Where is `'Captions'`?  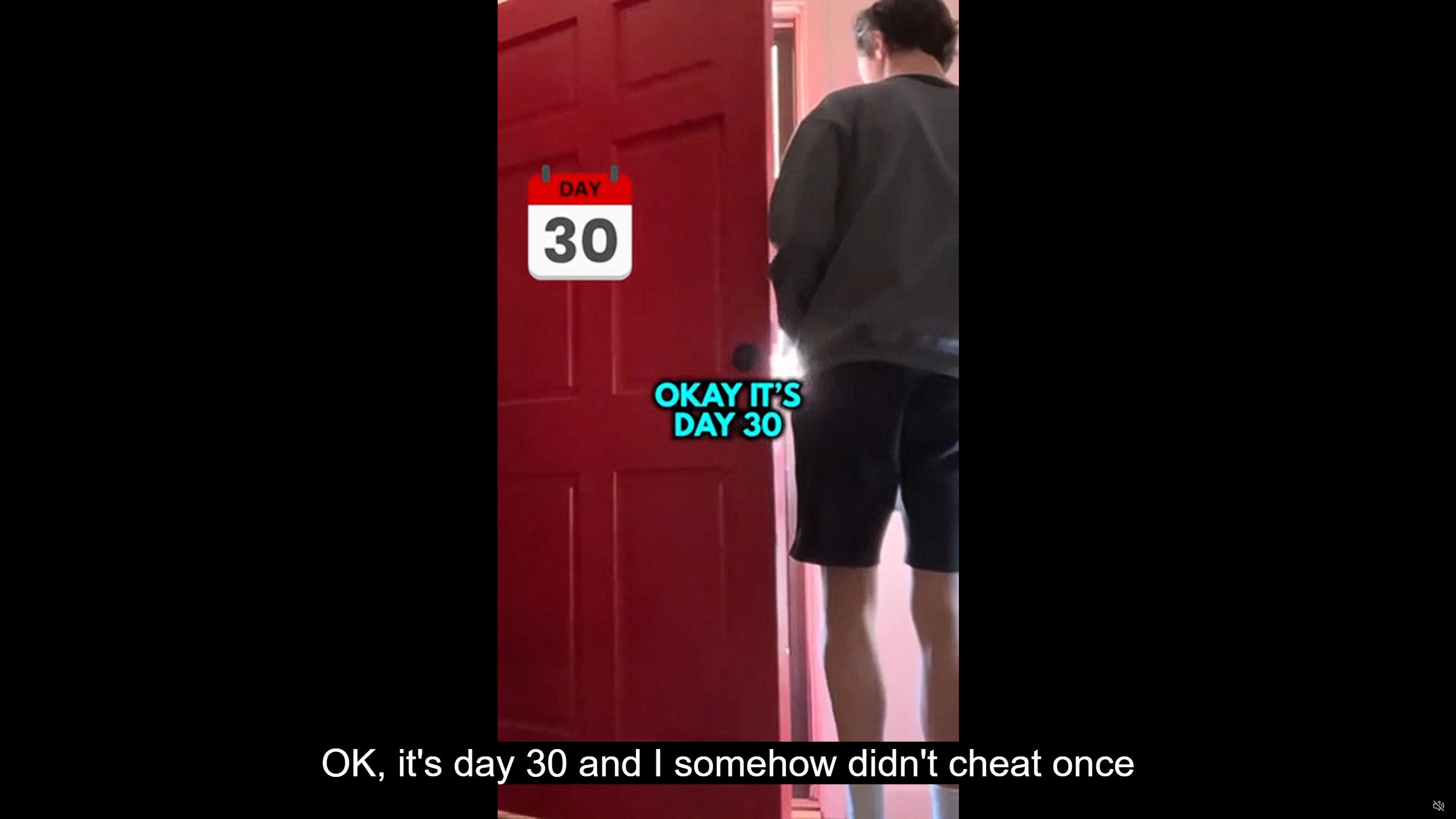 'Captions' is located at coordinates (1394, 806).